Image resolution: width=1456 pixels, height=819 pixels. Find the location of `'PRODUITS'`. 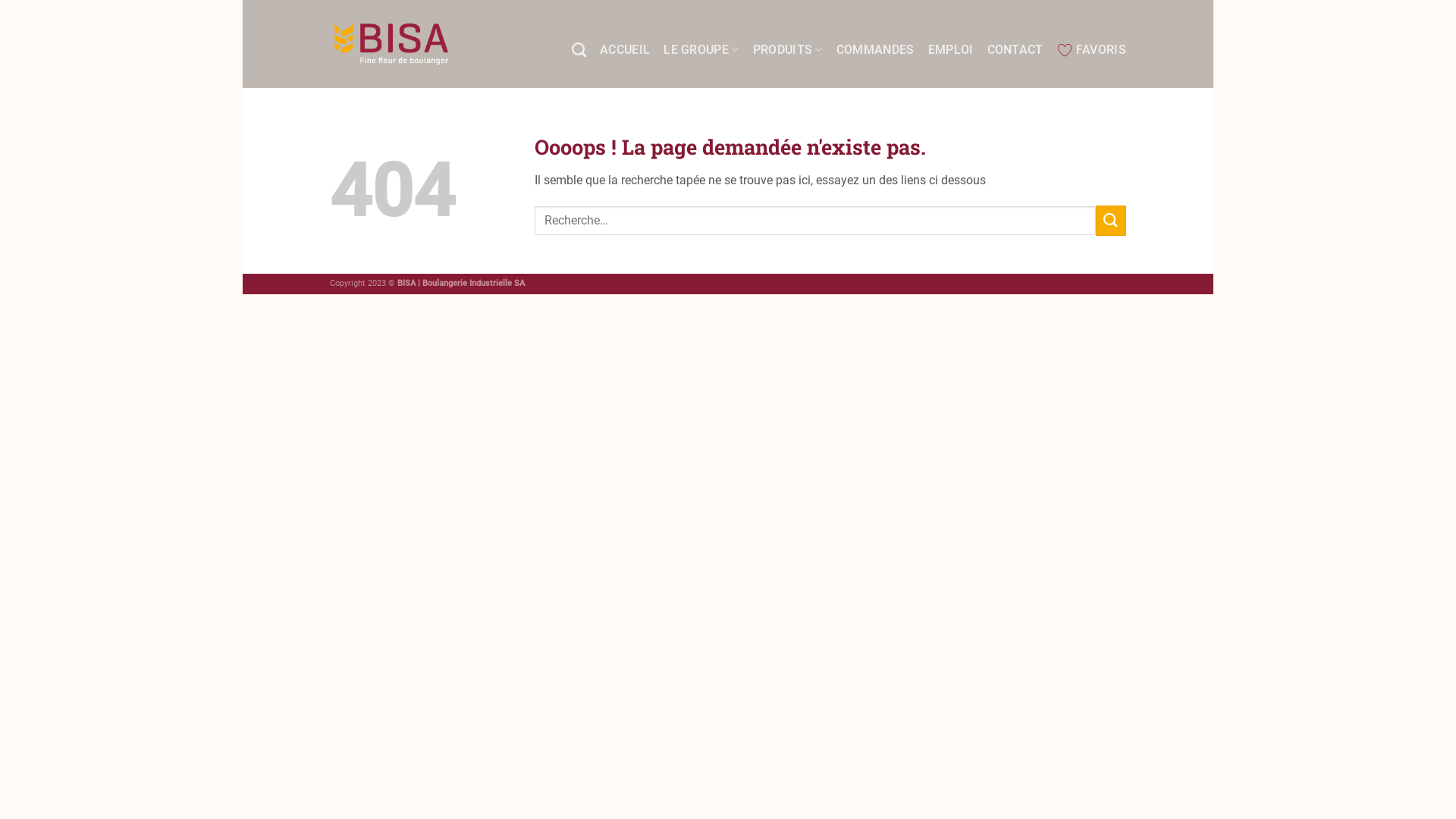

'PRODUITS' is located at coordinates (787, 49).